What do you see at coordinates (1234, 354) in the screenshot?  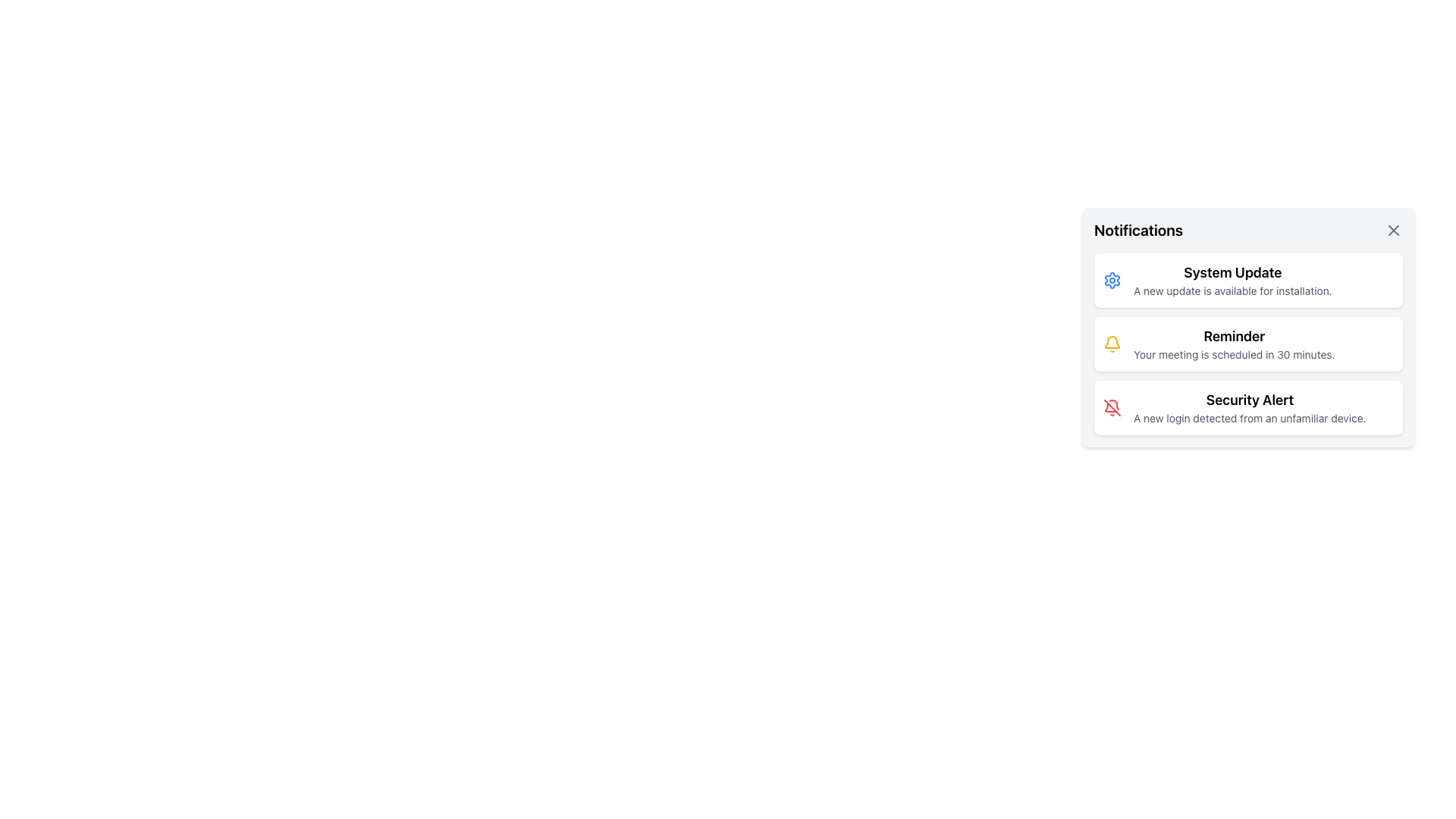 I see `the Text Display element that informs the user about the timing of a scheduled meeting, located below the 'Reminder' heading in the middle notification section` at bounding box center [1234, 354].